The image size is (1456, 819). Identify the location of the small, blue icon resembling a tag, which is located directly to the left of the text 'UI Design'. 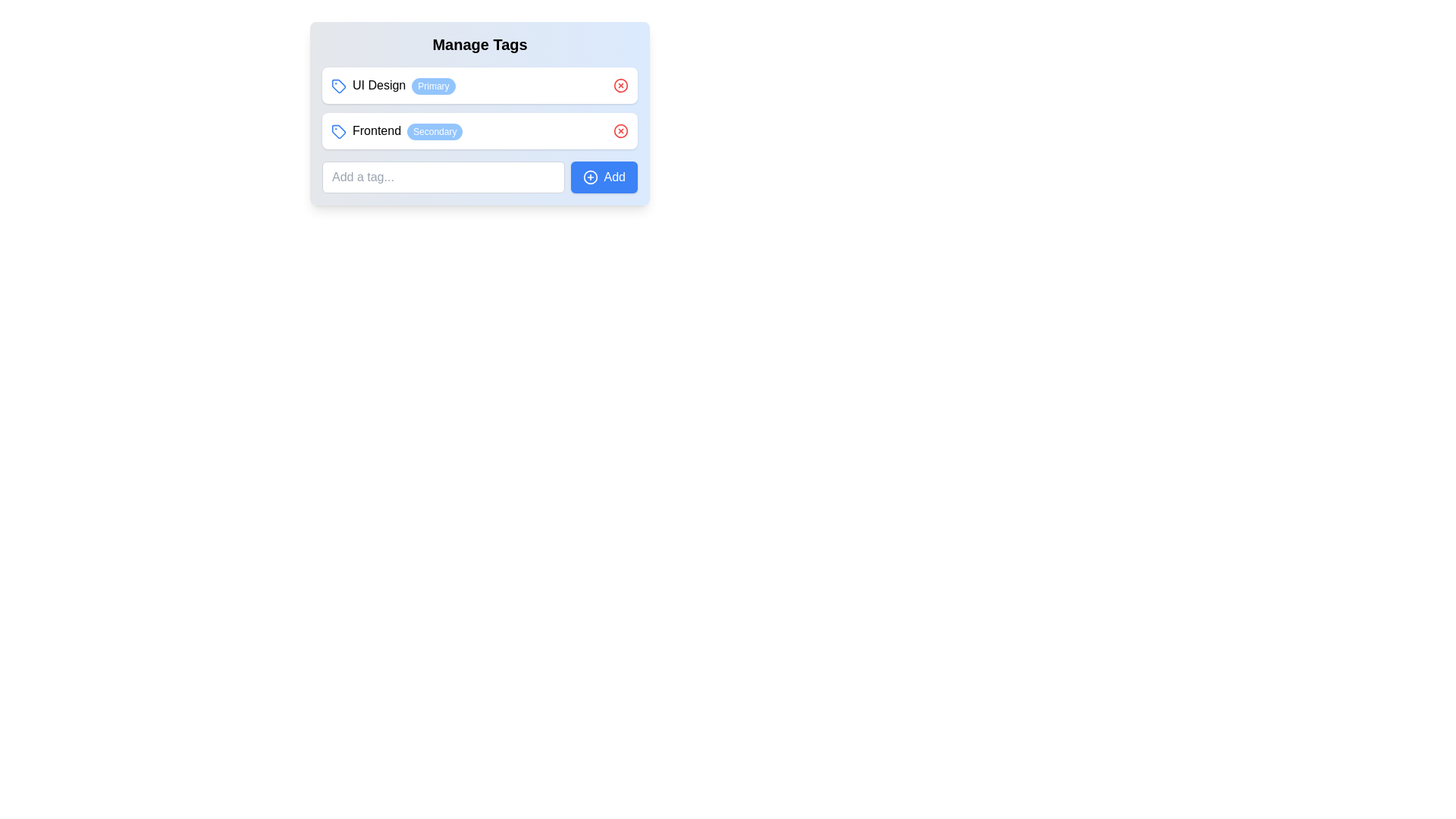
(337, 85).